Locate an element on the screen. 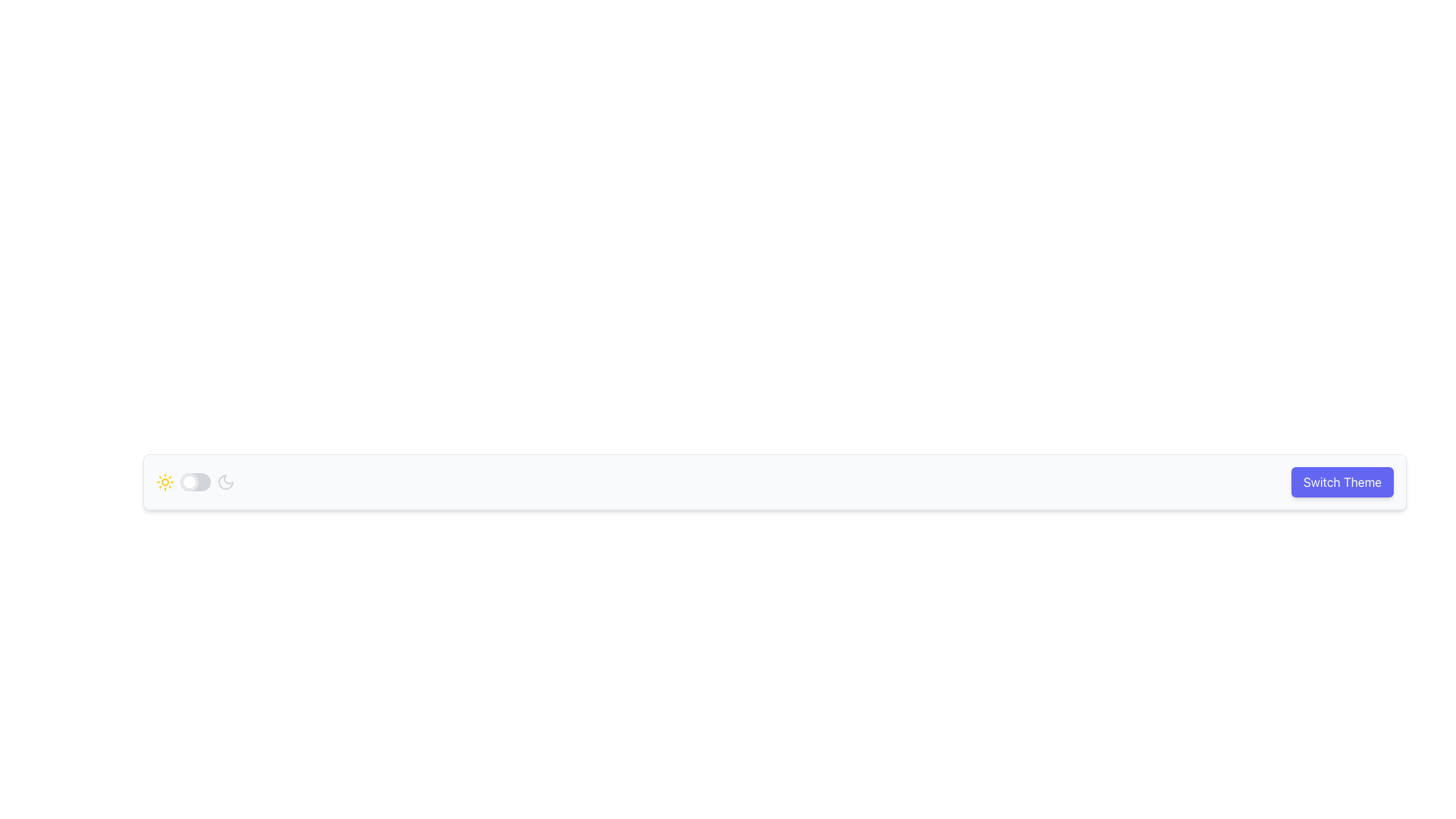 This screenshot has width=1456, height=819. the toggle switch on the theme-switching element to alternate between light and dark themes is located at coordinates (775, 482).